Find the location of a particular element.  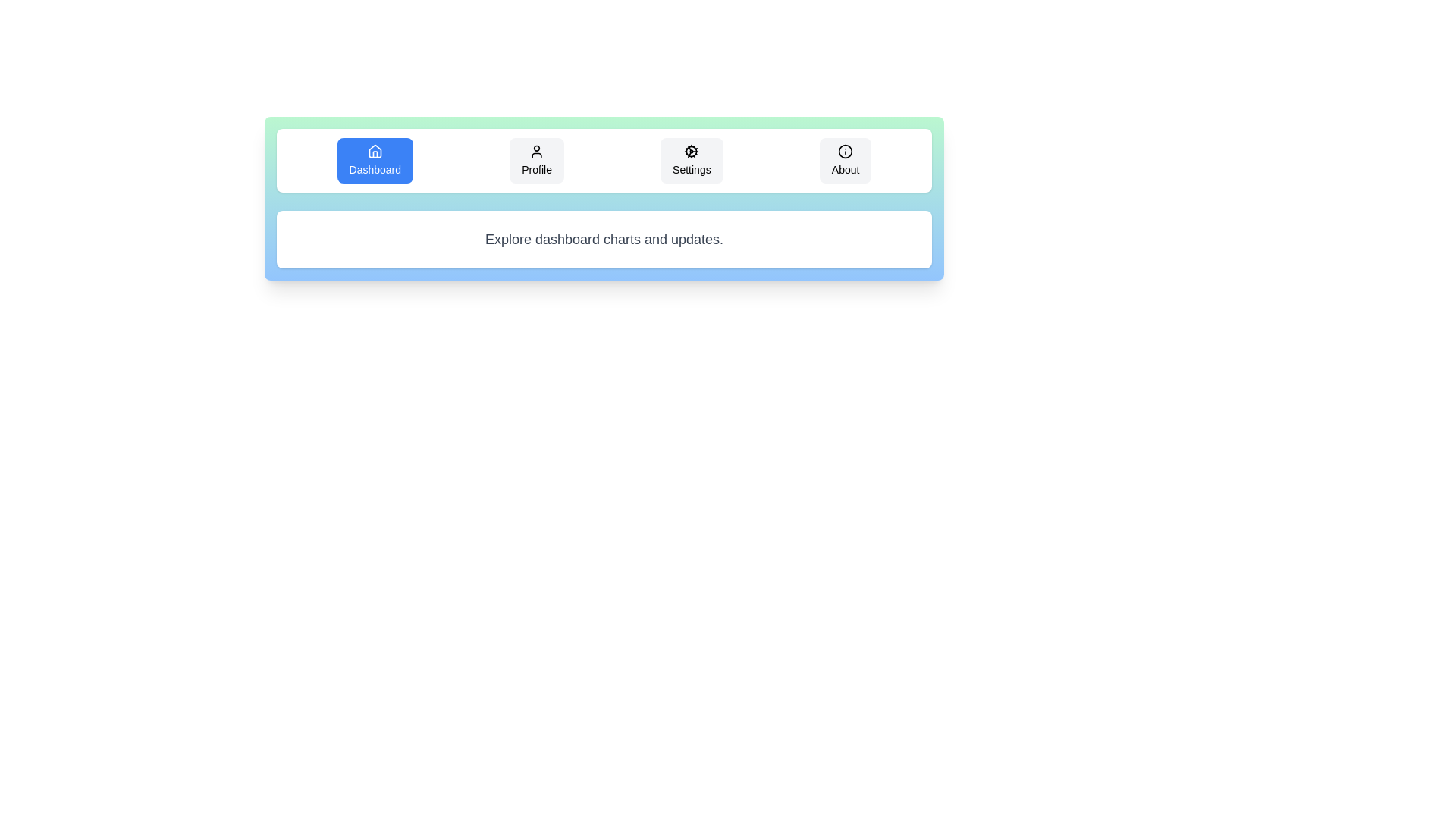

the tab labeled Settings is located at coordinates (691, 161).